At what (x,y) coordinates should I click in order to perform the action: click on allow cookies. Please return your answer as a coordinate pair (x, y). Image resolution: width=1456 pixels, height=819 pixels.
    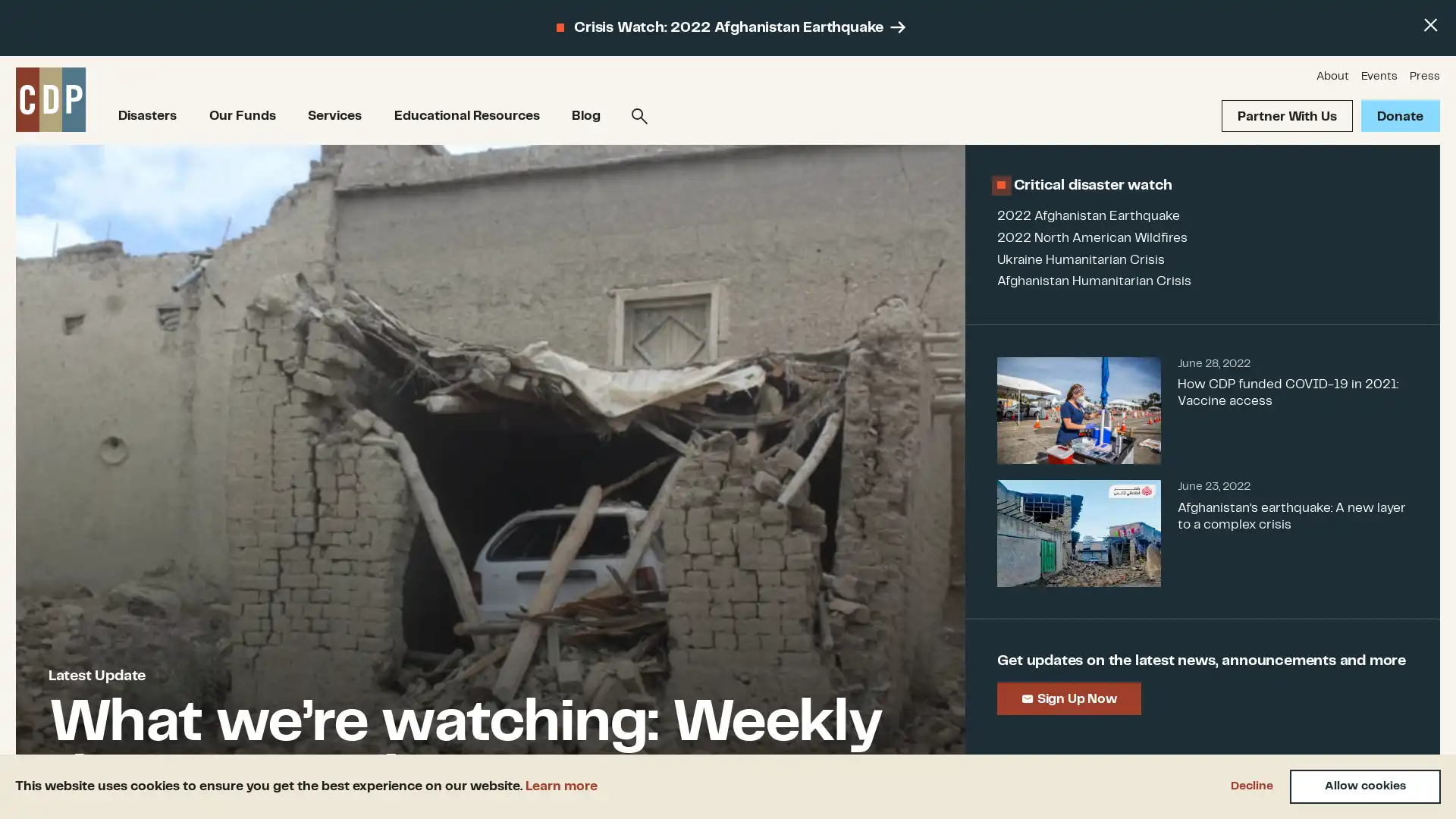
    Looking at the image, I should click on (1365, 786).